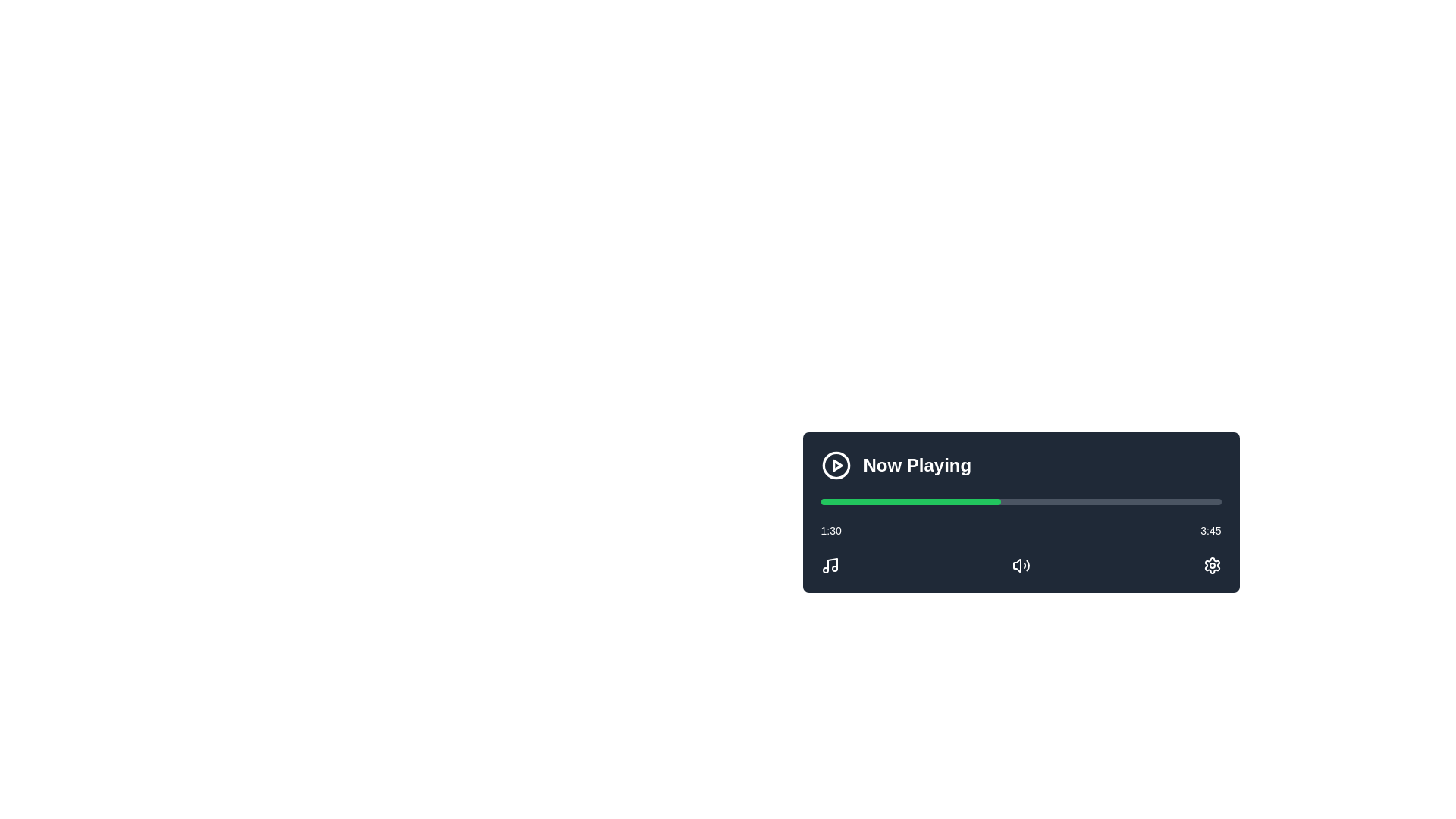 This screenshot has height=819, width=1456. Describe the element at coordinates (835, 464) in the screenshot. I see `the play button located at the top-left corner of the 'Now Playing' player interface` at that location.